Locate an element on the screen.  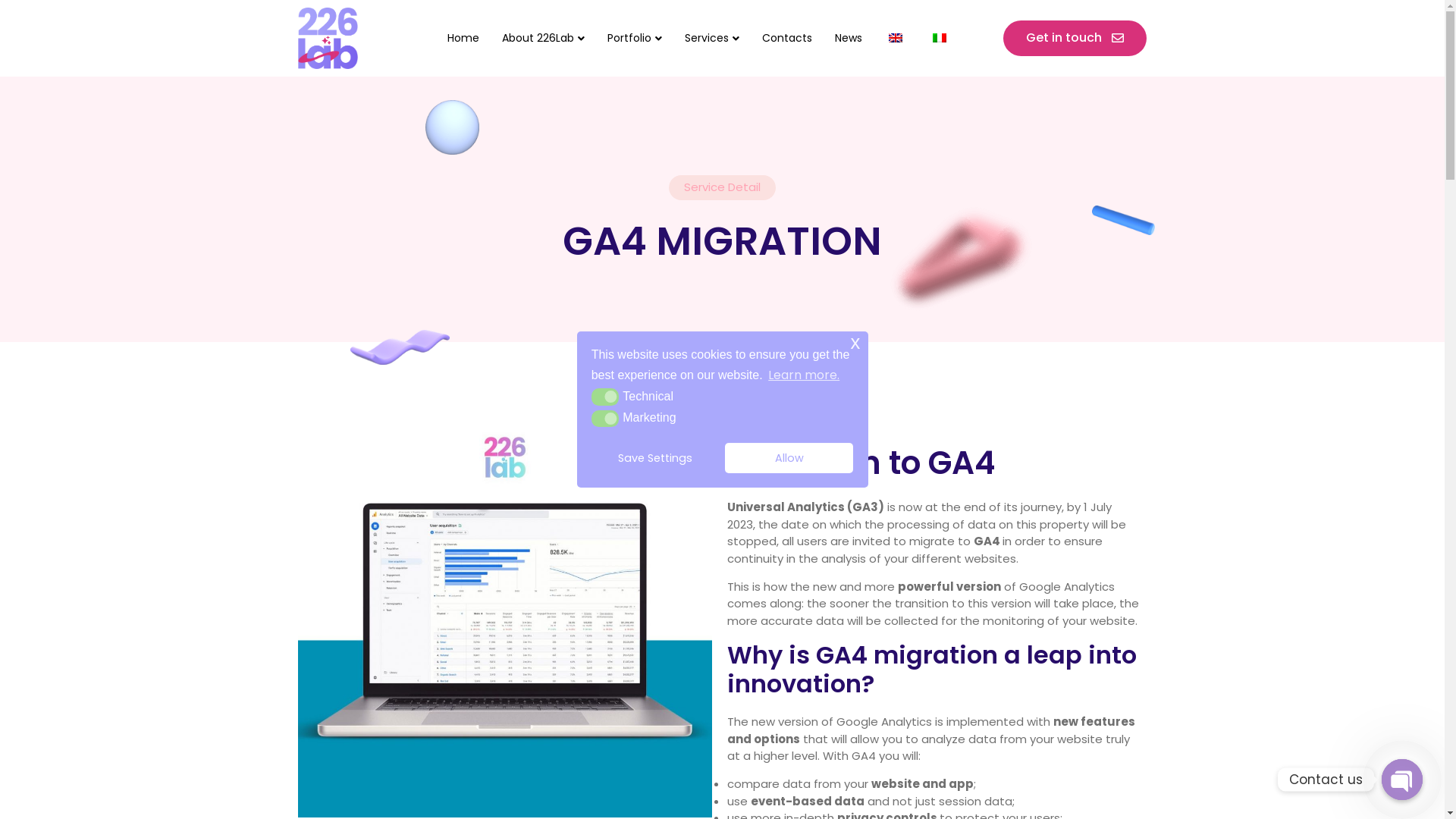
'Allow' is located at coordinates (789, 457).